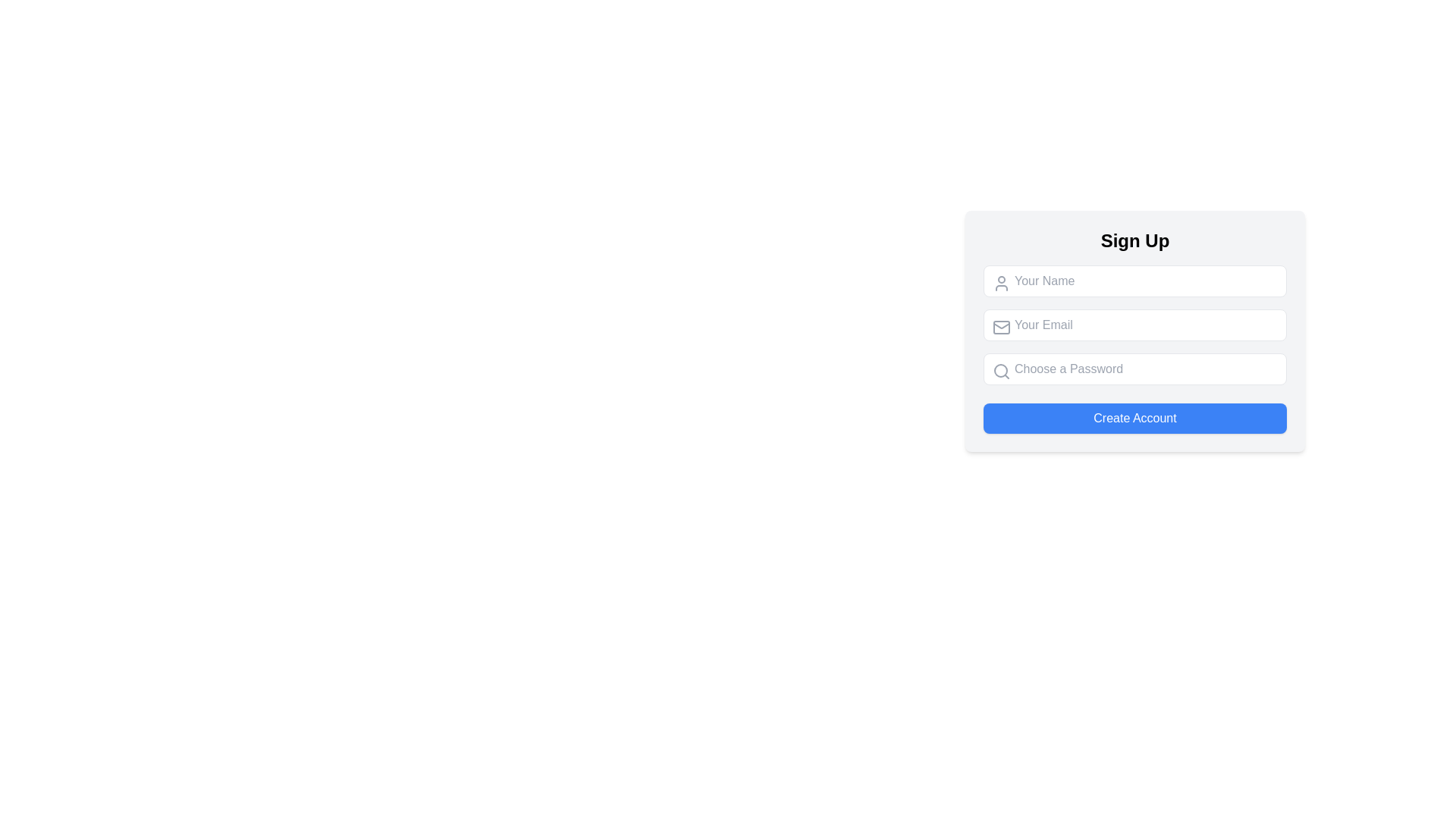 This screenshot has height=819, width=1456. Describe the element at coordinates (1135, 418) in the screenshot. I see `the 'Create Account' button, which is a rounded button with white text on a blue background, located at the bottom of the 'Sign Up' form` at that location.